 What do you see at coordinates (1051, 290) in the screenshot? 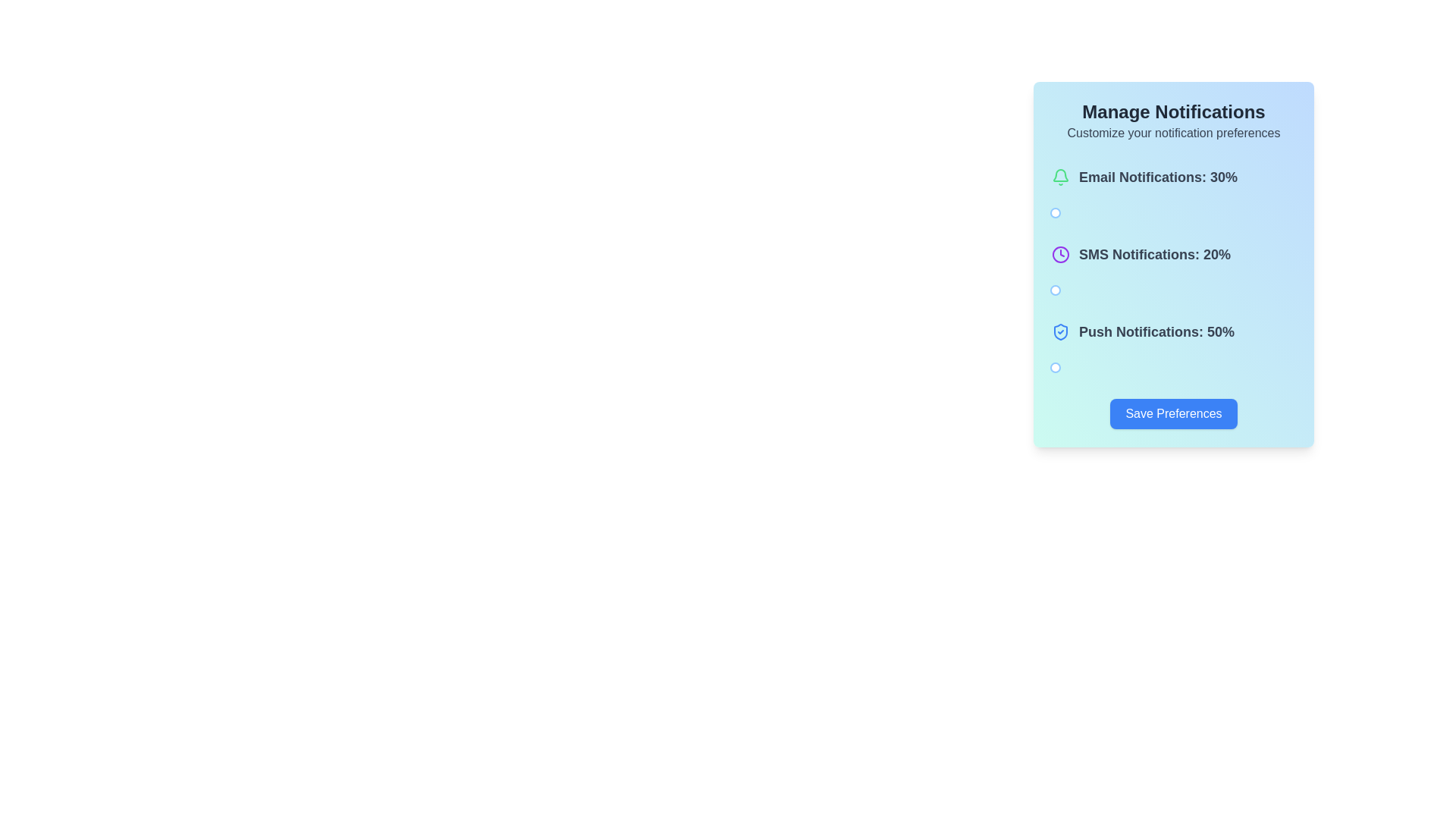
I see `the slider value` at bounding box center [1051, 290].